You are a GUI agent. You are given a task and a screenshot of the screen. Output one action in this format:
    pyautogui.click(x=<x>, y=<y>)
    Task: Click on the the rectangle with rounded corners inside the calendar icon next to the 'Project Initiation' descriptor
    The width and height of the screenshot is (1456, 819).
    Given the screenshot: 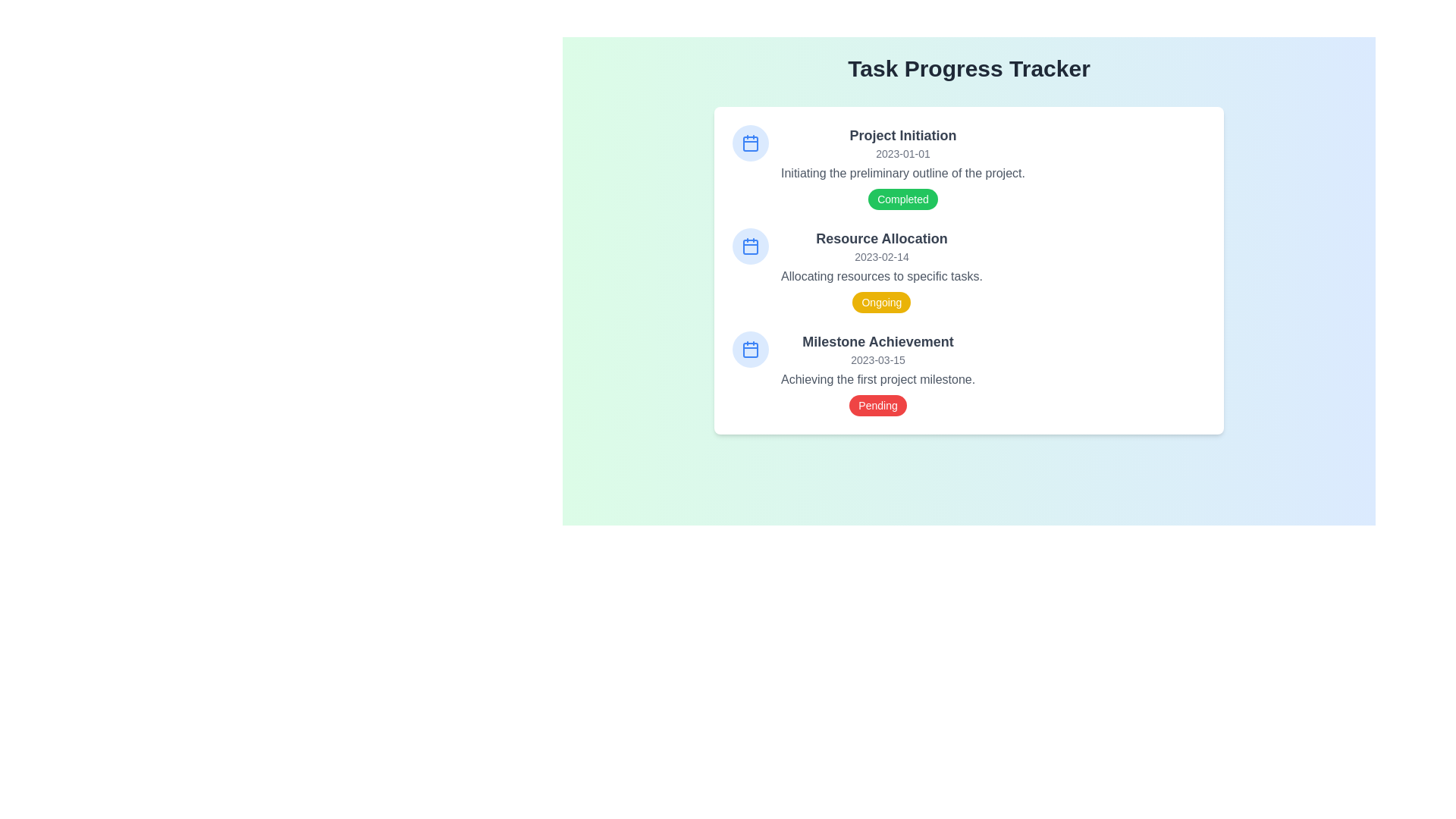 What is the action you would take?
    pyautogui.click(x=750, y=143)
    